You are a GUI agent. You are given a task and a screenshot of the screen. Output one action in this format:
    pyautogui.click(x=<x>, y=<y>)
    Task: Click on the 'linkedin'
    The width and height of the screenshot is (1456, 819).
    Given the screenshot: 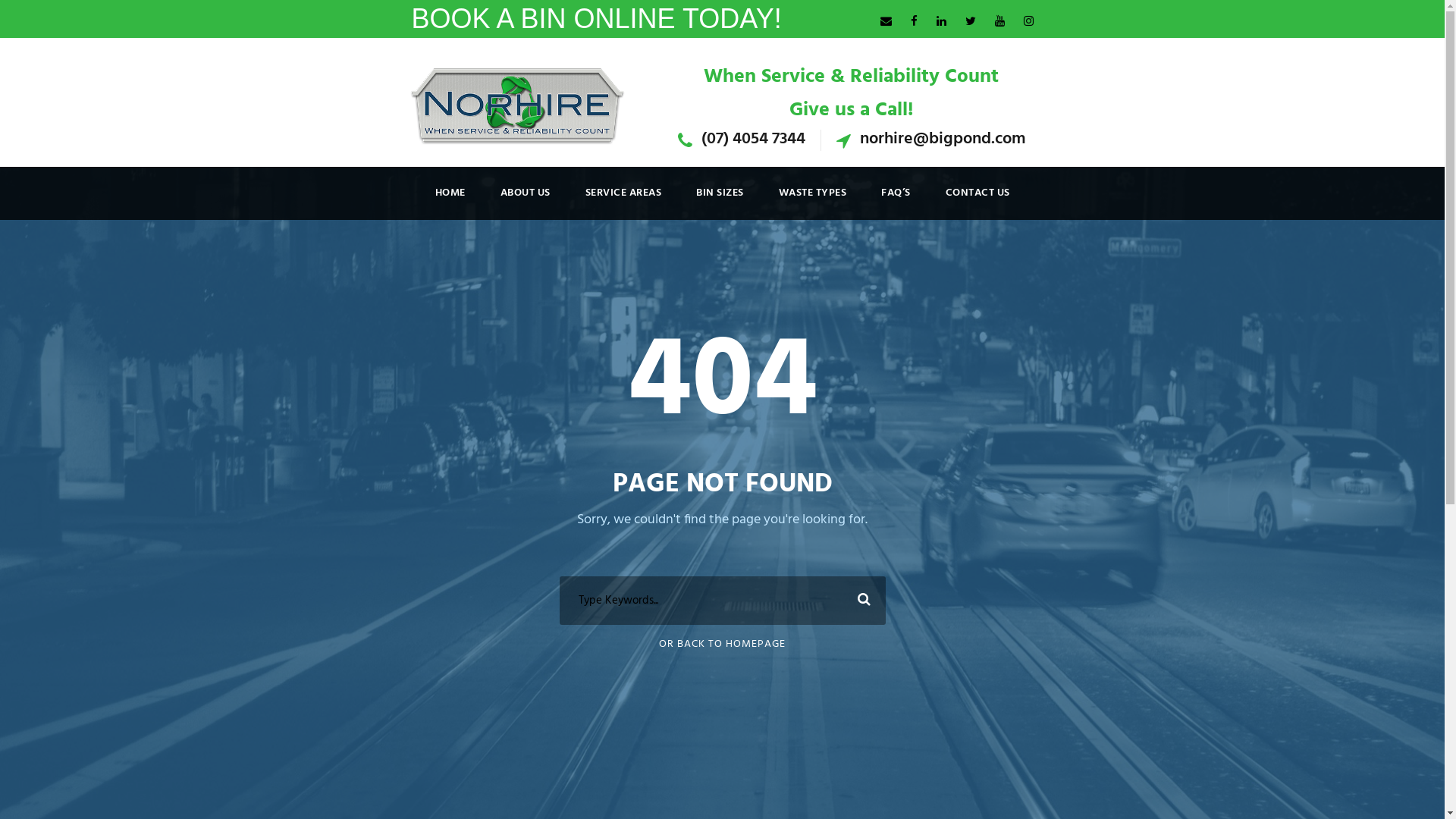 What is the action you would take?
    pyautogui.click(x=934, y=22)
    